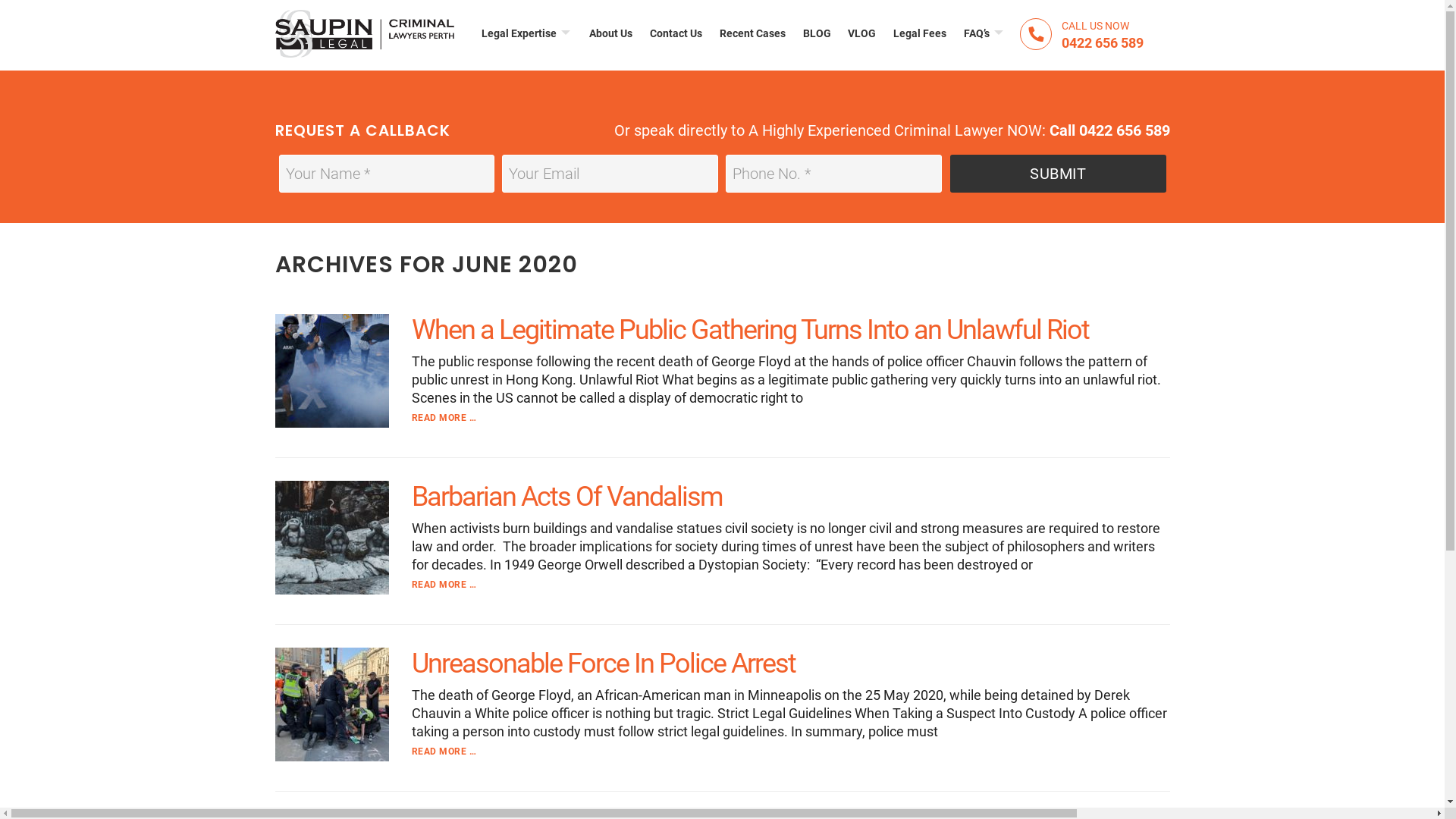 Image resolution: width=1456 pixels, height=819 pixels. Describe the element at coordinates (886, 33) in the screenshot. I see `'Legal Fees'` at that location.